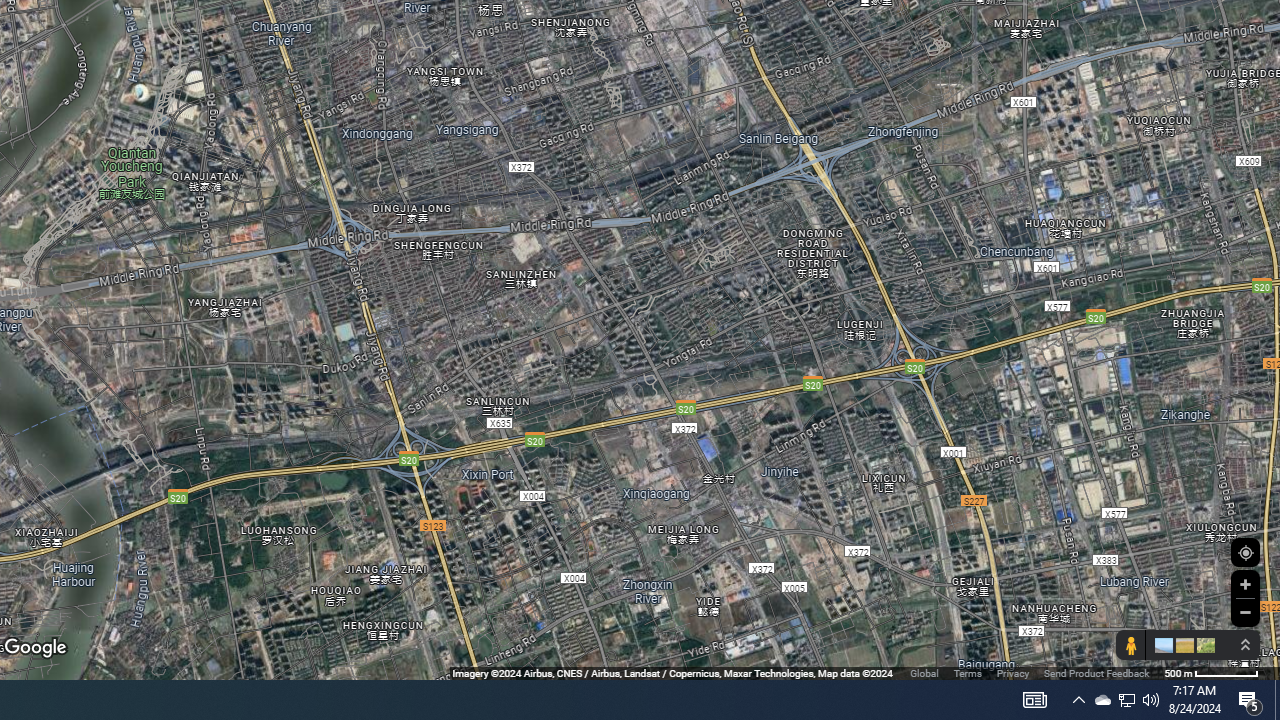  What do you see at coordinates (1244, 552) in the screenshot?
I see `'Show Your Location'` at bounding box center [1244, 552].